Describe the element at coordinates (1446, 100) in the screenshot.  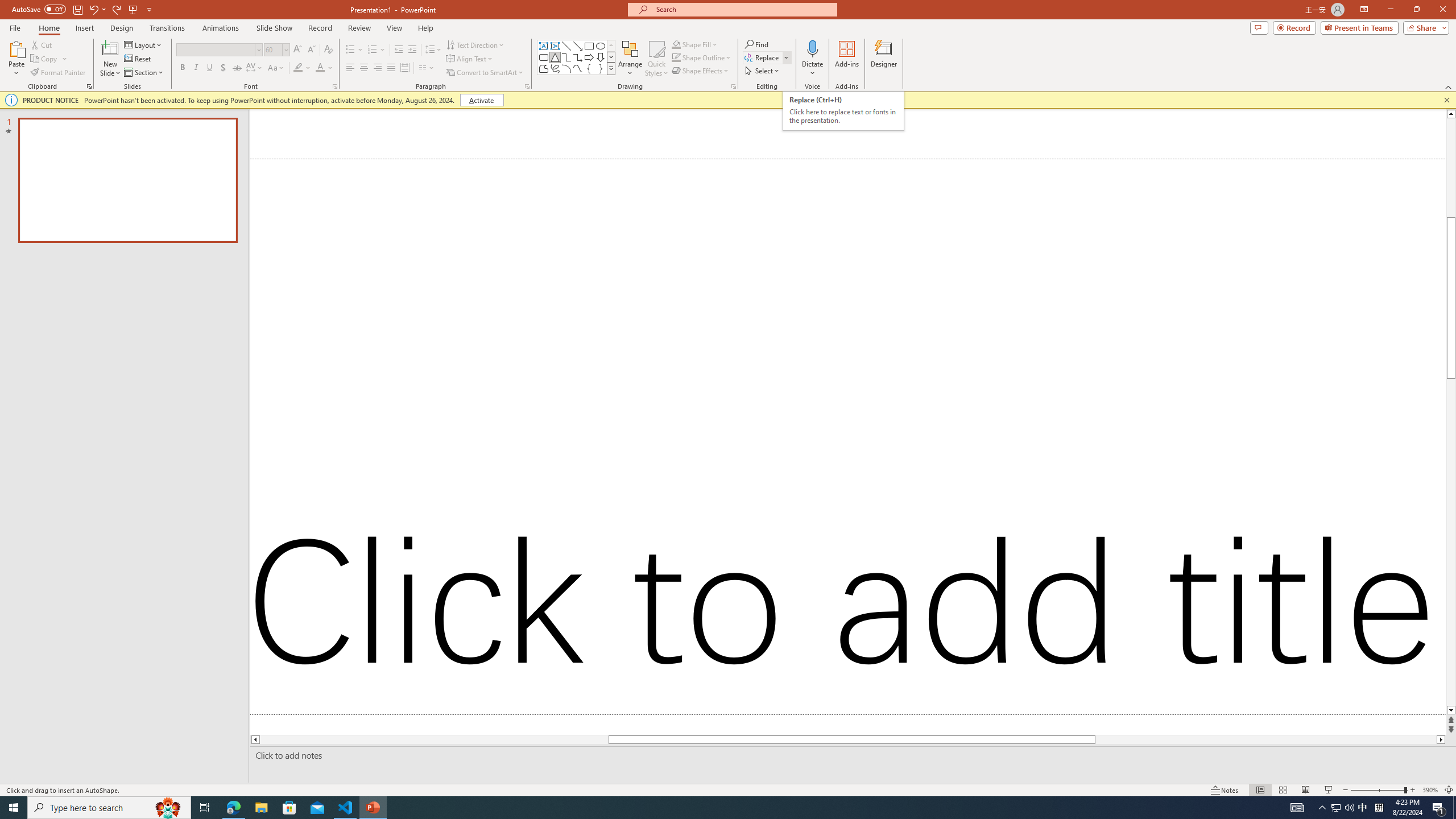
I see `'Close this message'` at that location.